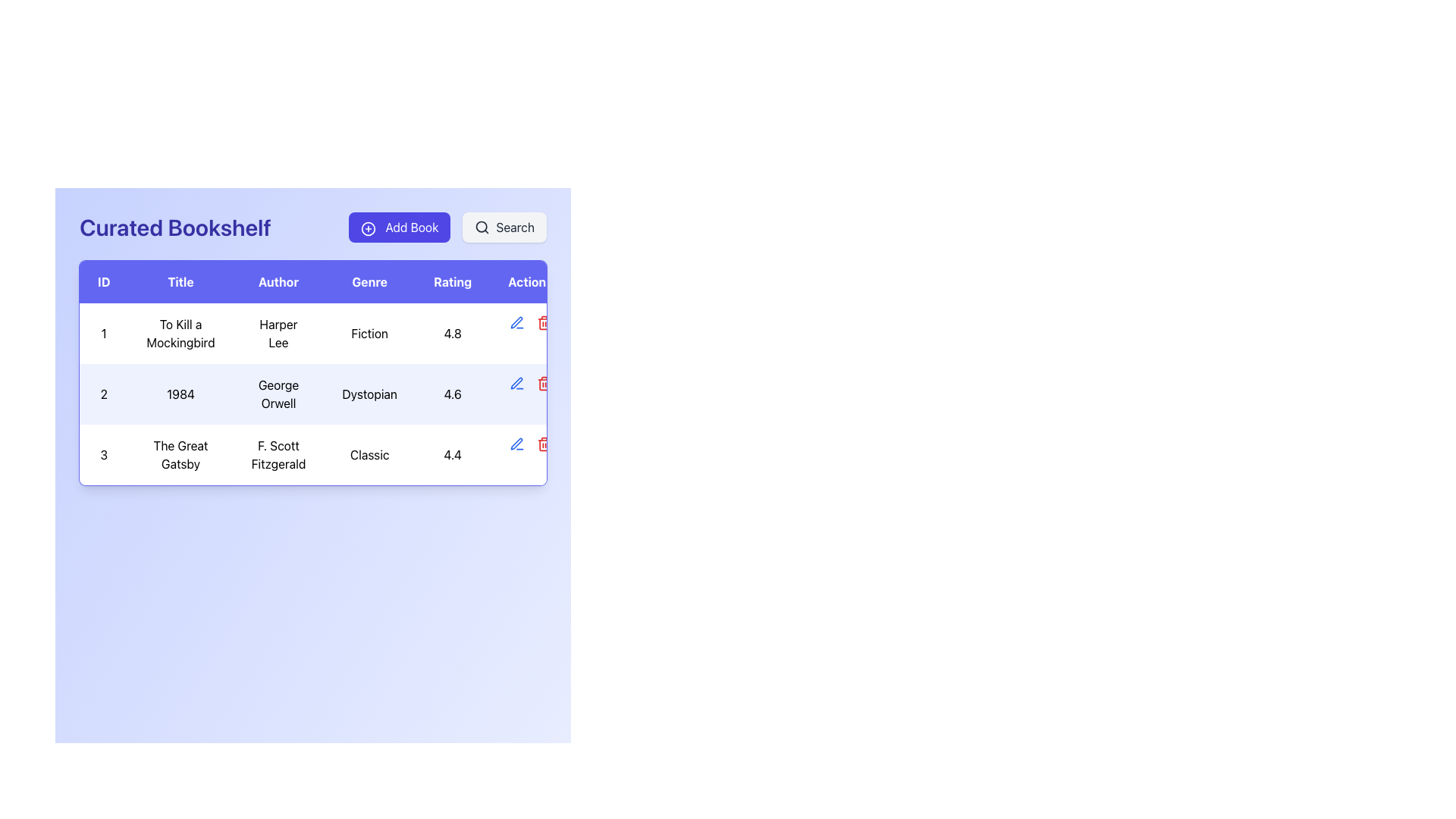 The height and width of the screenshot is (819, 1456). Describe the element at coordinates (180, 454) in the screenshot. I see `the text label displaying the title 'The Great Gatsby', which is located in the third row of a table under the 'Title' column` at that location.